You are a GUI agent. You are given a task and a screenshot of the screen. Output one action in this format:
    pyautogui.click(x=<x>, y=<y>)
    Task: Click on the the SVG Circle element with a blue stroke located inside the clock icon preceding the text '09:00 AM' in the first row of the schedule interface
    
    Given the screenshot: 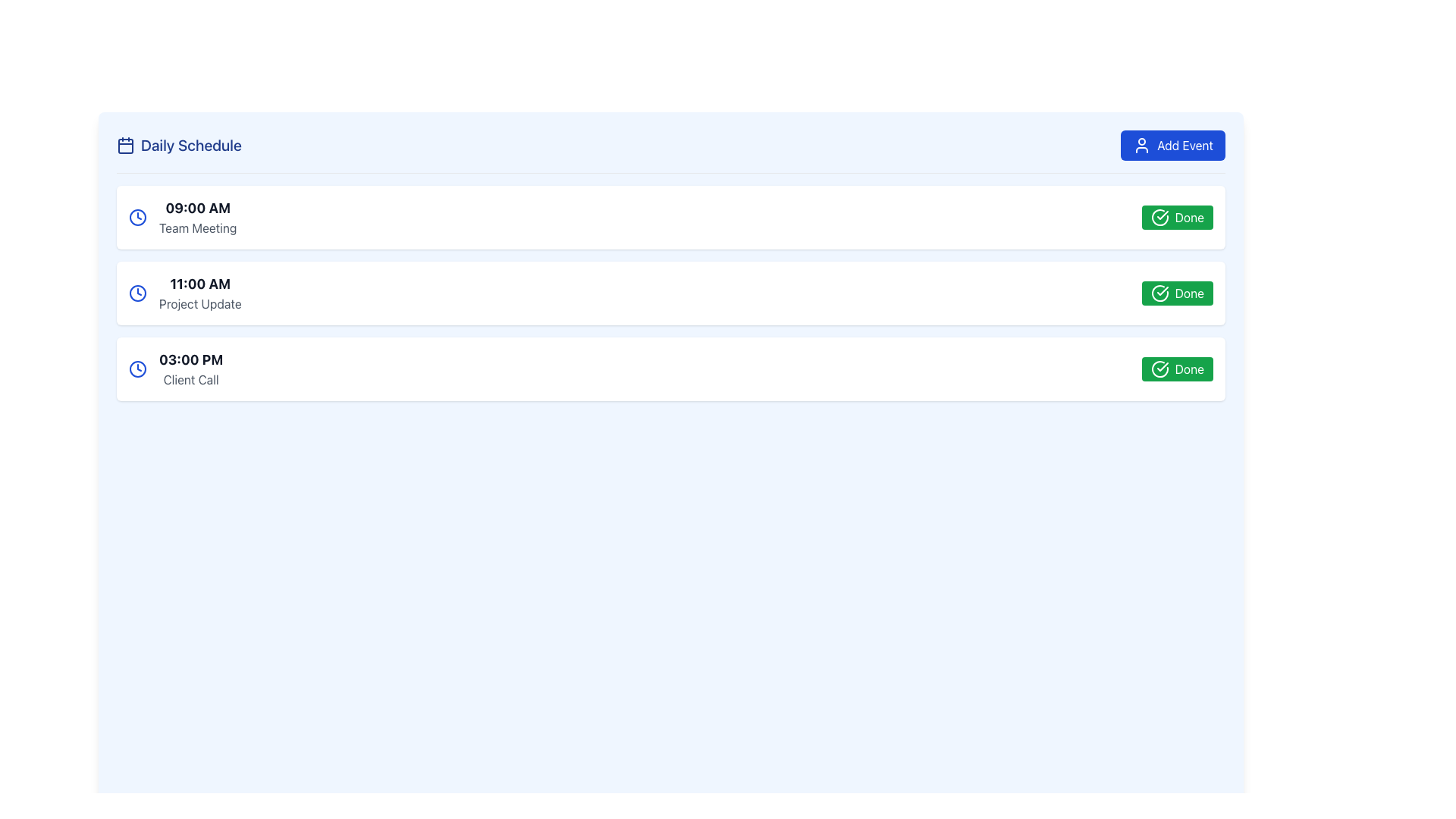 What is the action you would take?
    pyautogui.click(x=138, y=217)
    